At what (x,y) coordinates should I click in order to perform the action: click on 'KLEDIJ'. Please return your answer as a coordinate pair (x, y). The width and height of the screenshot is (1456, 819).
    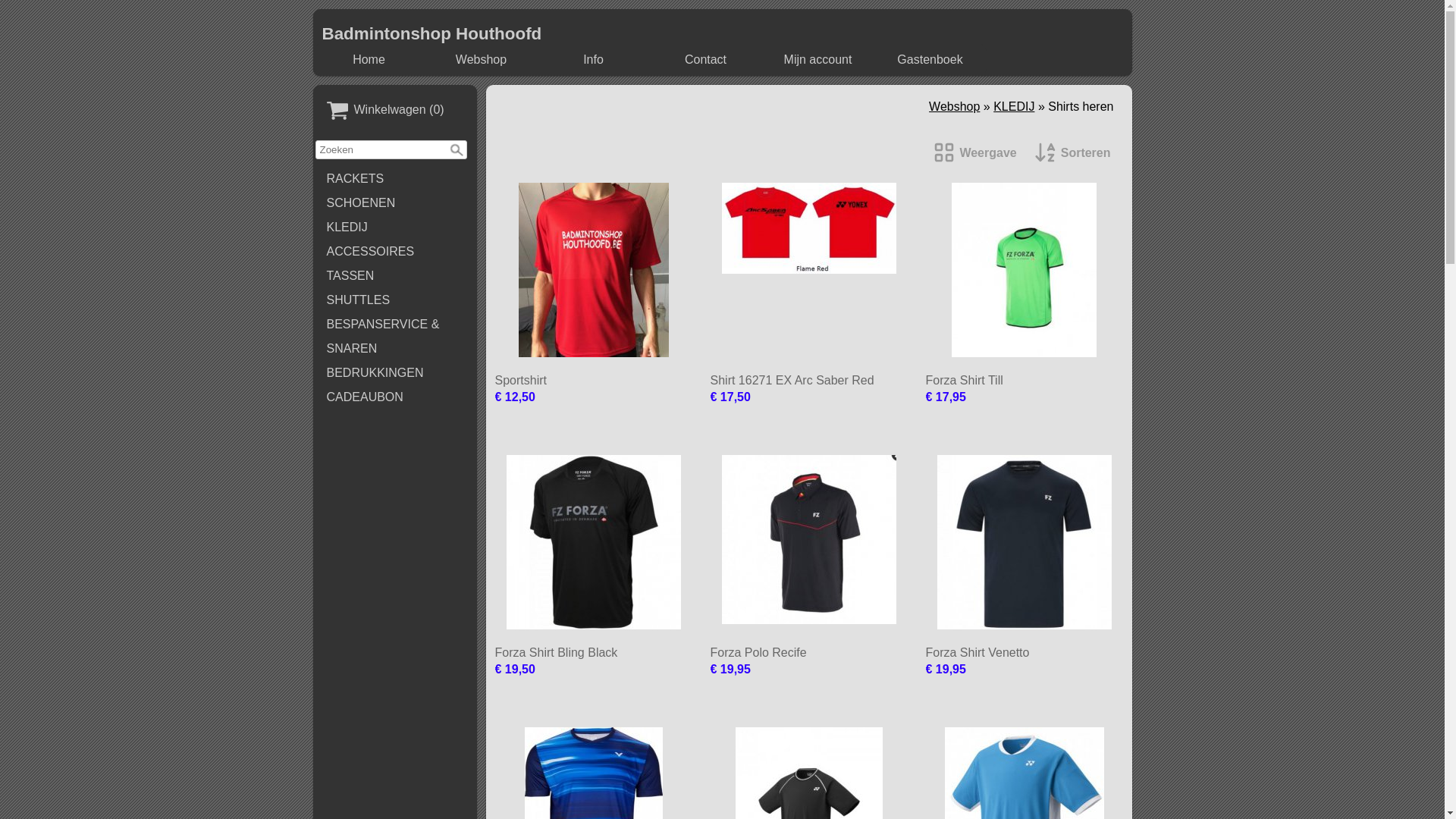
    Looking at the image, I should click on (395, 227).